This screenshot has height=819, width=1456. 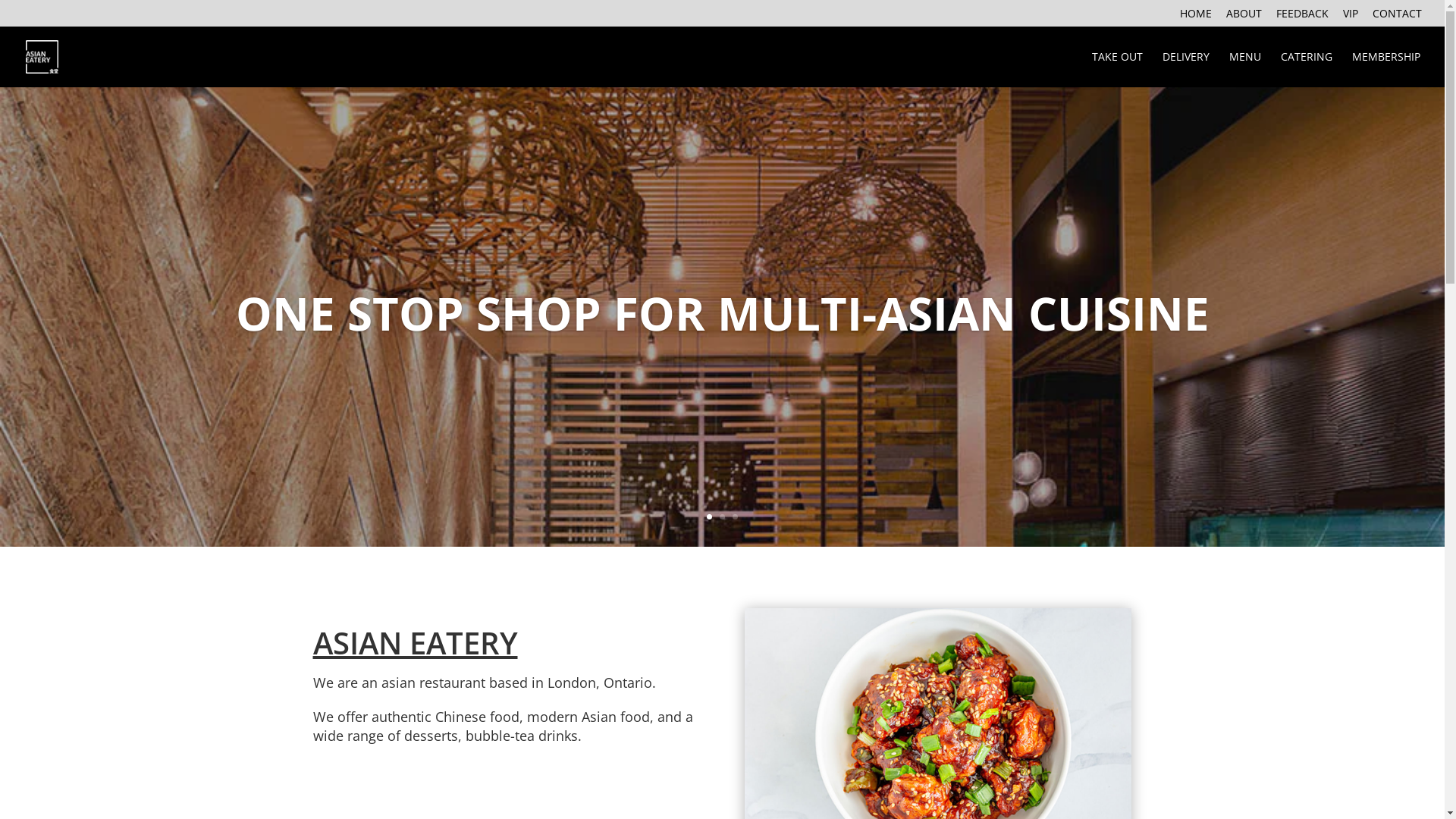 What do you see at coordinates (1195, 17) in the screenshot?
I see `'HOME'` at bounding box center [1195, 17].